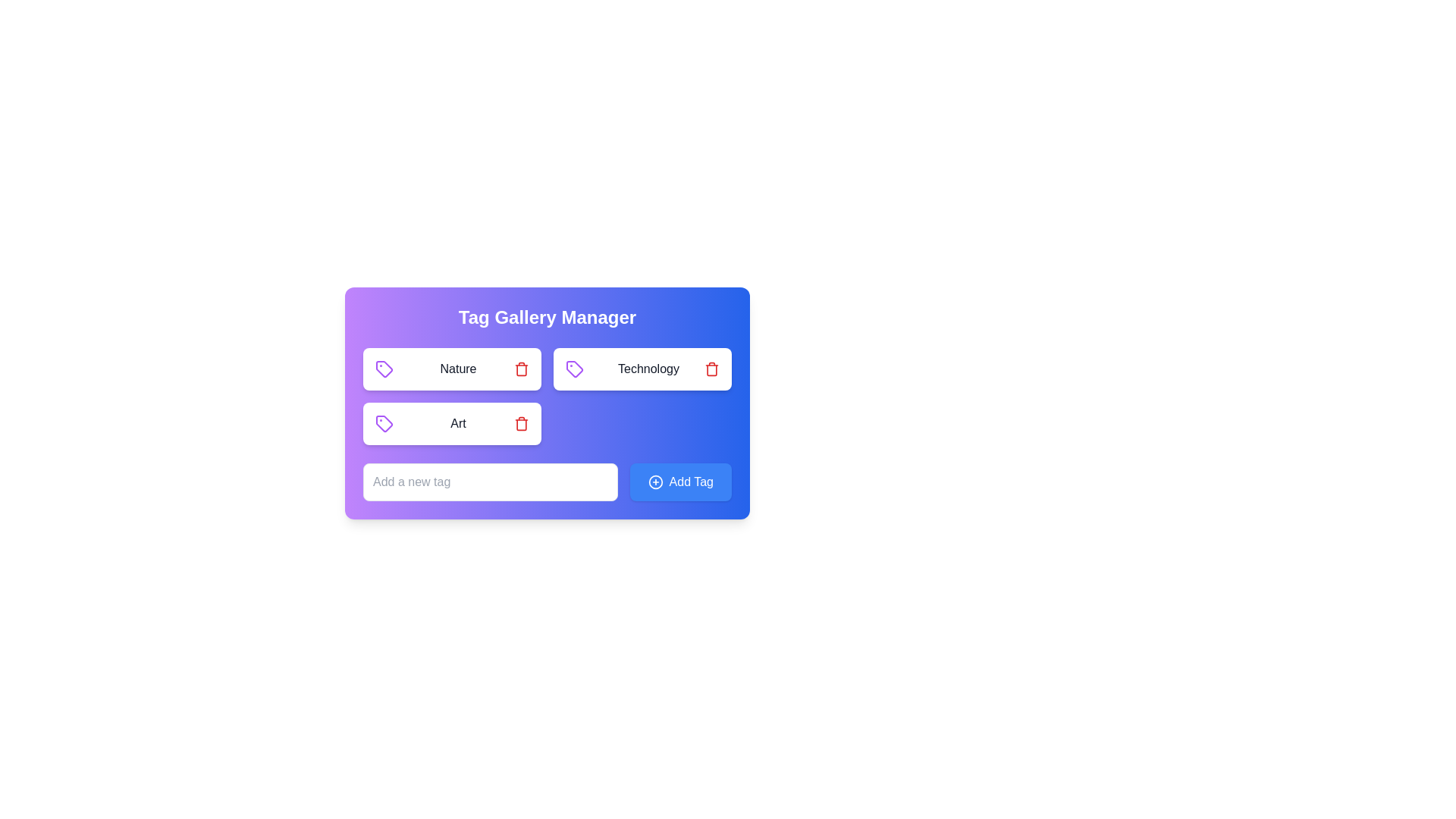  Describe the element at coordinates (573, 369) in the screenshot. I see `the tag icon that represents the label or tag associated with the 'Technology' text located in the top-right corner of the box containing tags` at that location.